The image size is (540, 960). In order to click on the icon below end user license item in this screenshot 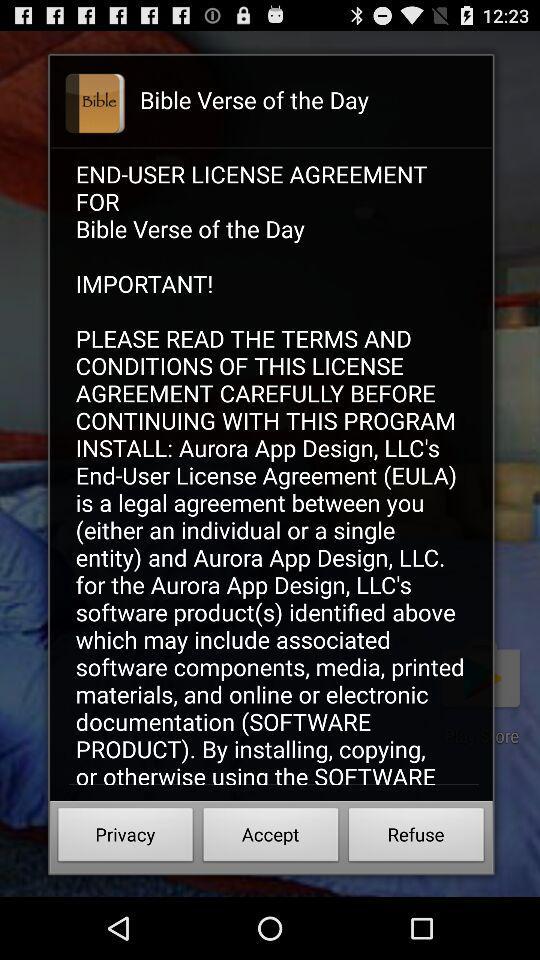, I will do `click(270, 837)`.